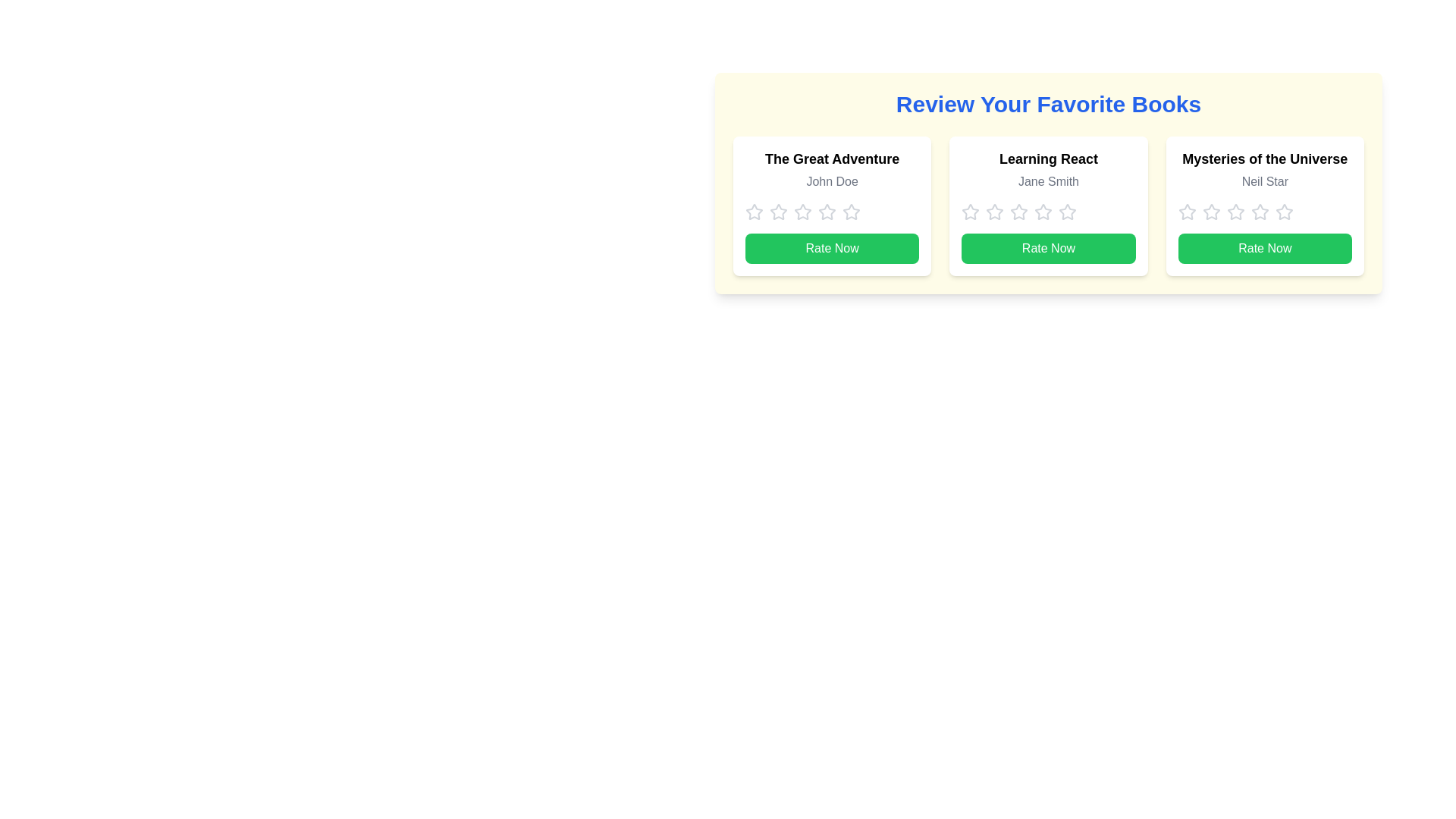 This screenshot has height=819, width=1456. Describe the element at coordinates (1186, 212) in the screenshot. I see `the first star icon in the review rating section under the 'Mysteries of the Universe' card to enlarge it` at that location.